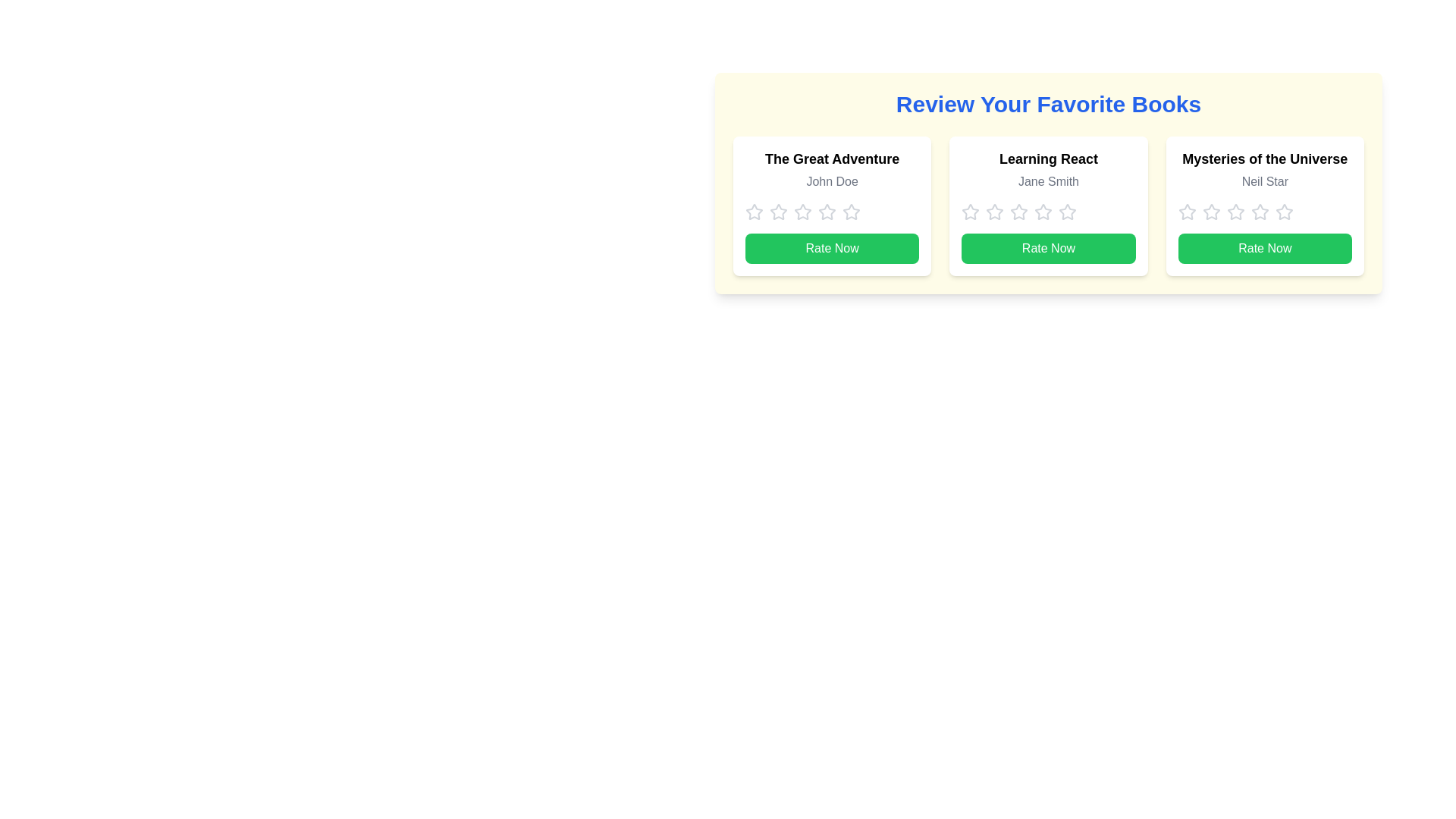 This screenshot has height=819, width=1456. Describe the element at coordinates (1186, 212) in the screenshot. I see `the first star icon in the review rating section under the 'Mysteries of the Universe' card to enlarge it` at that location.